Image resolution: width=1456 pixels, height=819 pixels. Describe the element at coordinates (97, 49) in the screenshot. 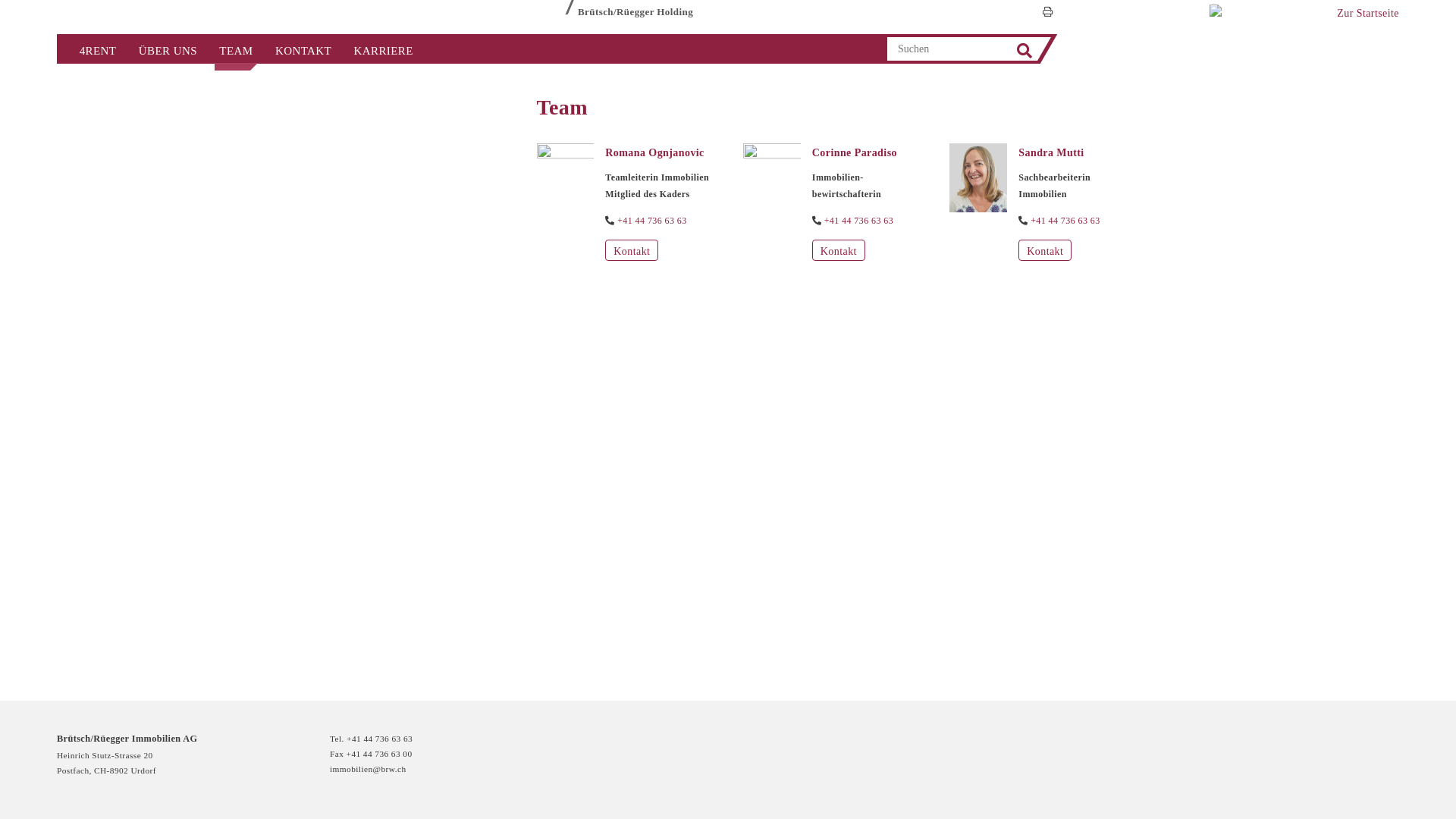

I see `'4RENT'` at that location.